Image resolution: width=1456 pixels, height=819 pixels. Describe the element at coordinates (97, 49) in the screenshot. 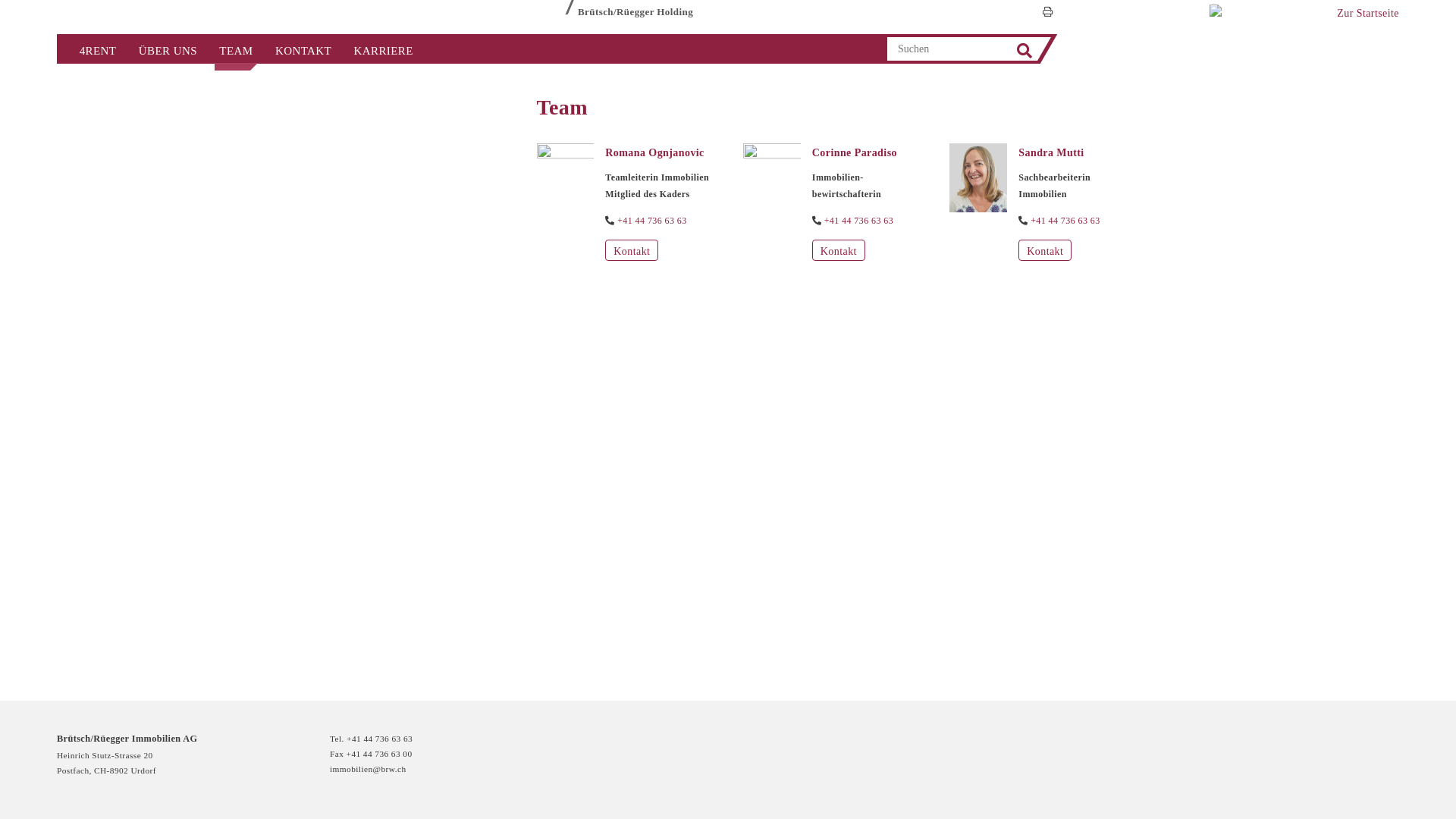

I see `'4RENT'` at that location.